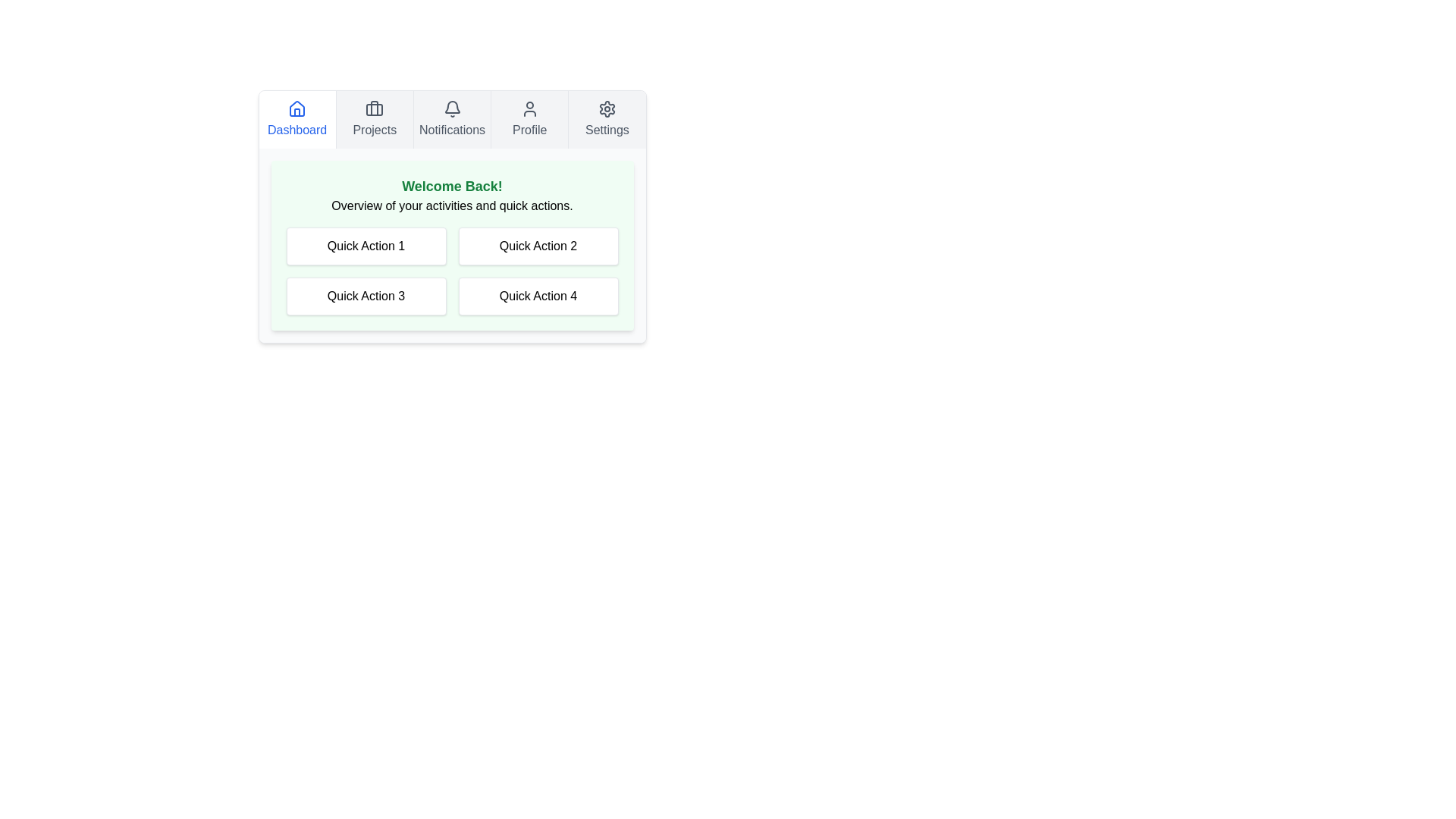 The image size is (1456, 819). What do you see at coordinates (529, 130) in the screenshot?
I see `text label displaying the word 'Profile', which is located centrally below the user profile icon in the horizontal navigation bar` at bounding box center [529, 130].